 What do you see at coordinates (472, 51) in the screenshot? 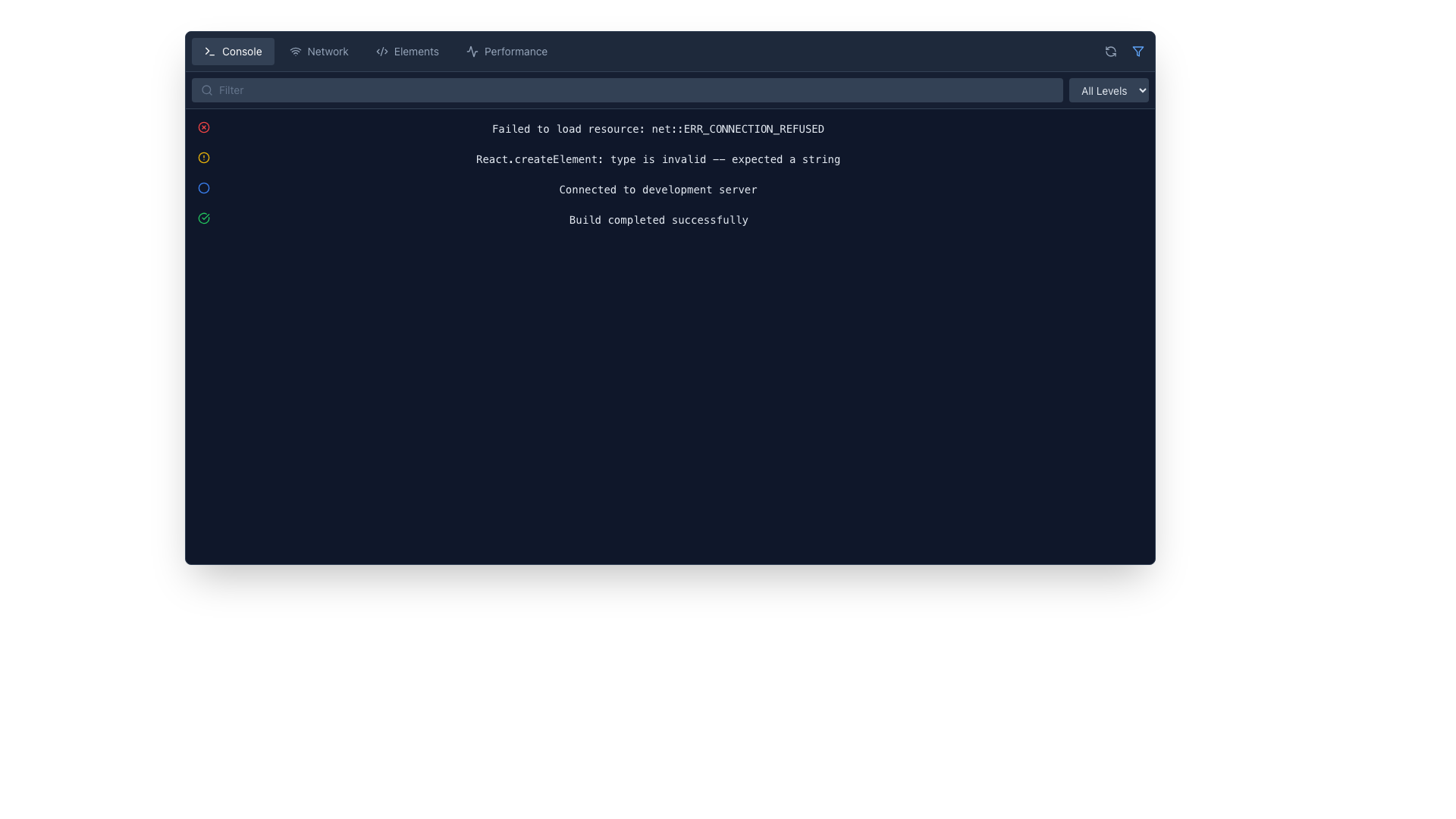
I see `the small dynamic waveform icon, which is the leftmost icon in the row next to the text 'Performance'` at bounding box center [472, 51].